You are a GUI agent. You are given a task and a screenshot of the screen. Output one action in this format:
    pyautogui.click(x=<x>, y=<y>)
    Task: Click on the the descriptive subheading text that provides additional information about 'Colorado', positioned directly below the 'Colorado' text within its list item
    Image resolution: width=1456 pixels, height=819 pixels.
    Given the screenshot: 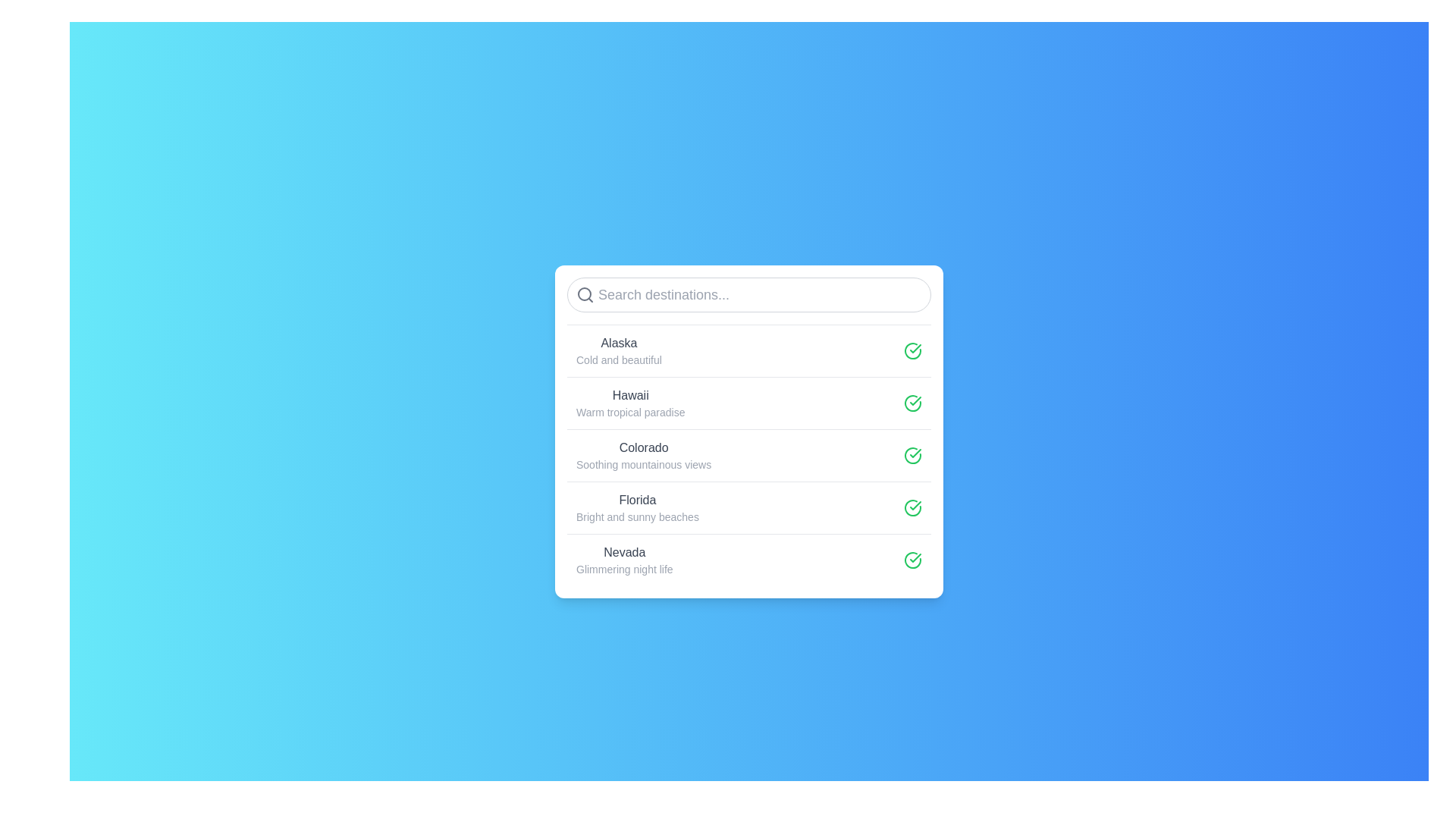 What is the action you would take?
    pyautogui.click(x=644, y=463)
    